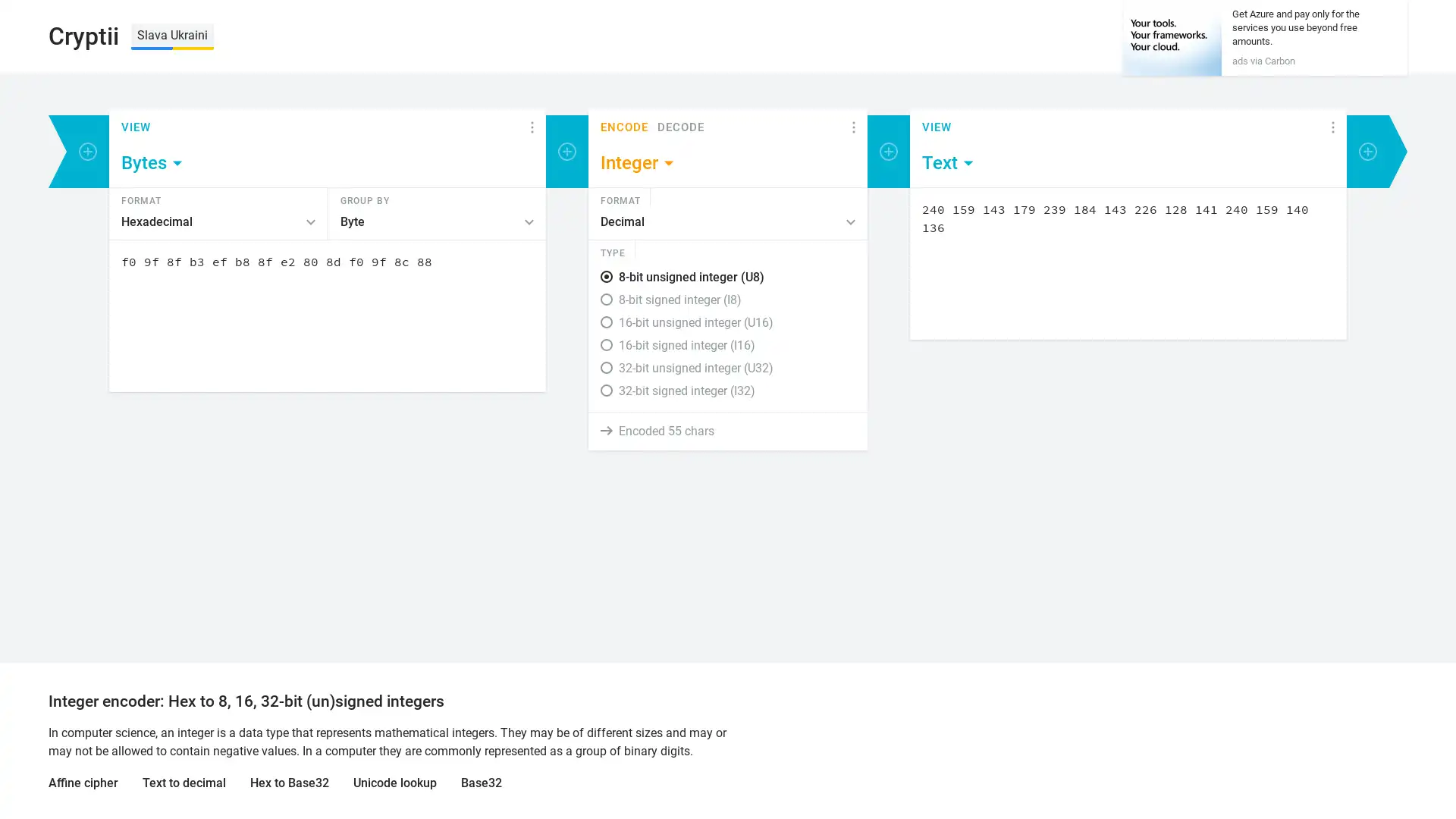  Describe the element at coordinates (638, 163) in the screenshot. I see `Integer` at that location.